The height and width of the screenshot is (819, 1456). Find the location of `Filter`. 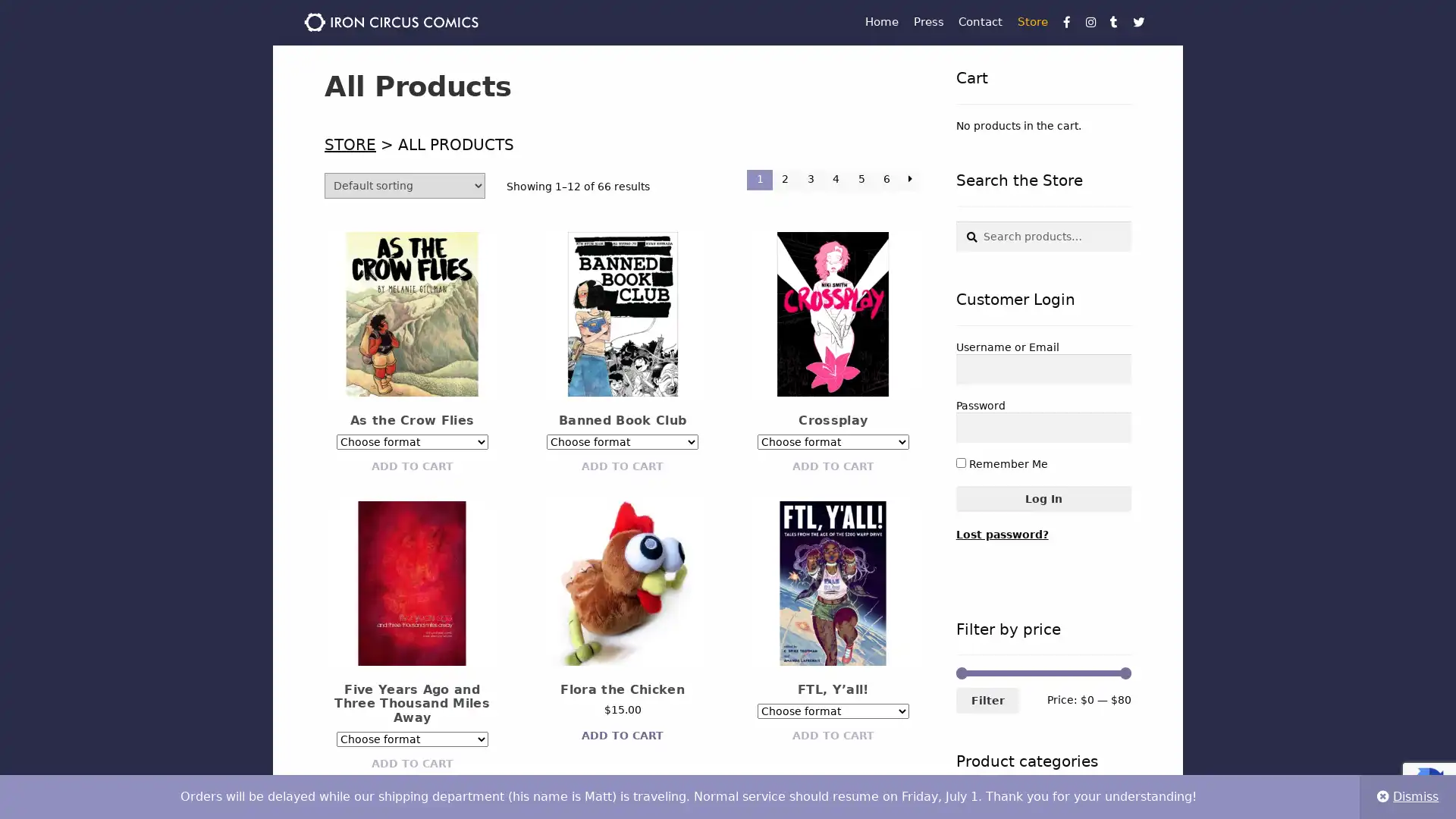

Filter is located at coordinates (987, 700).